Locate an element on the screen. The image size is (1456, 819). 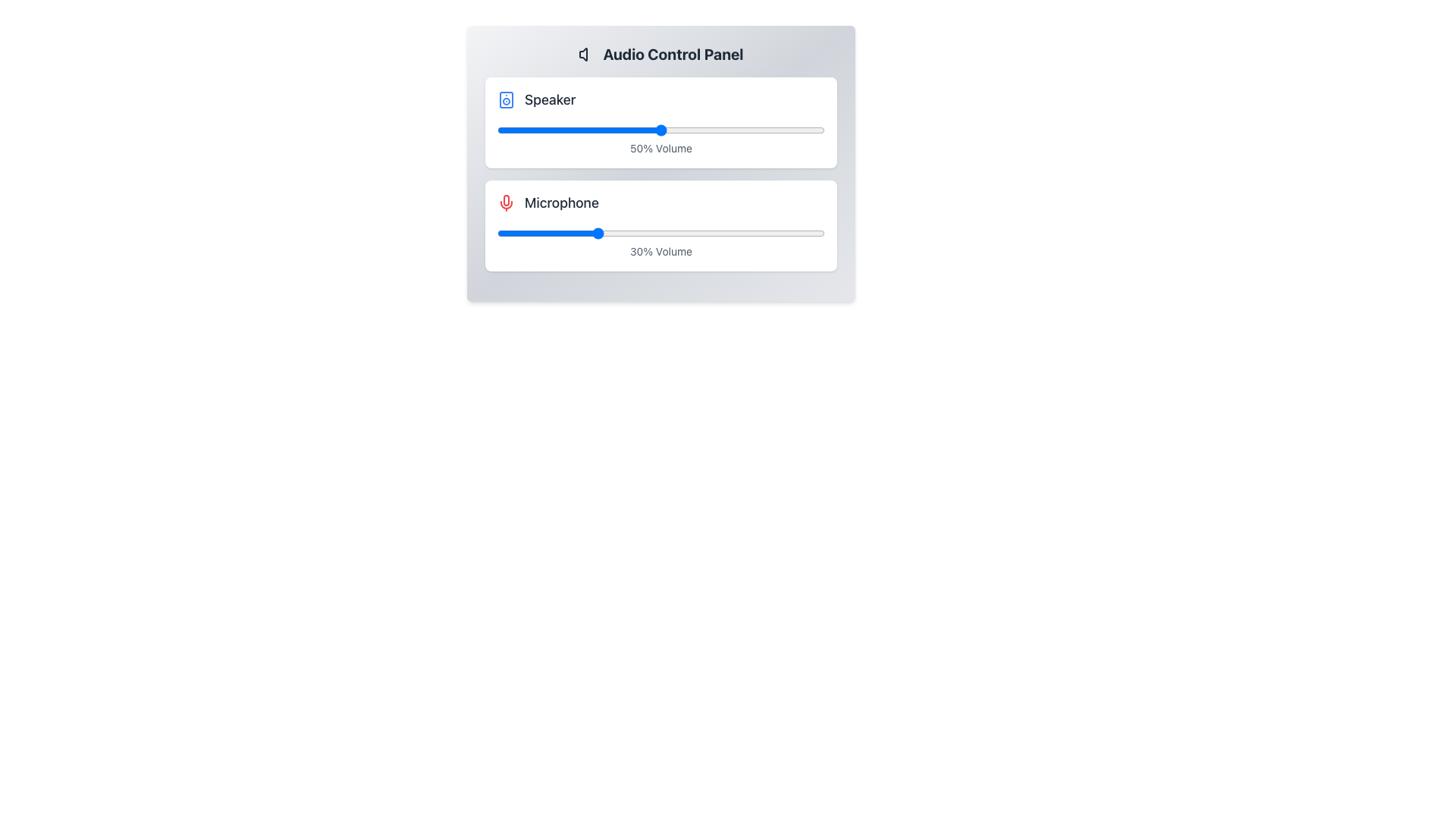
the slider value is located at coordinates (759, 130).